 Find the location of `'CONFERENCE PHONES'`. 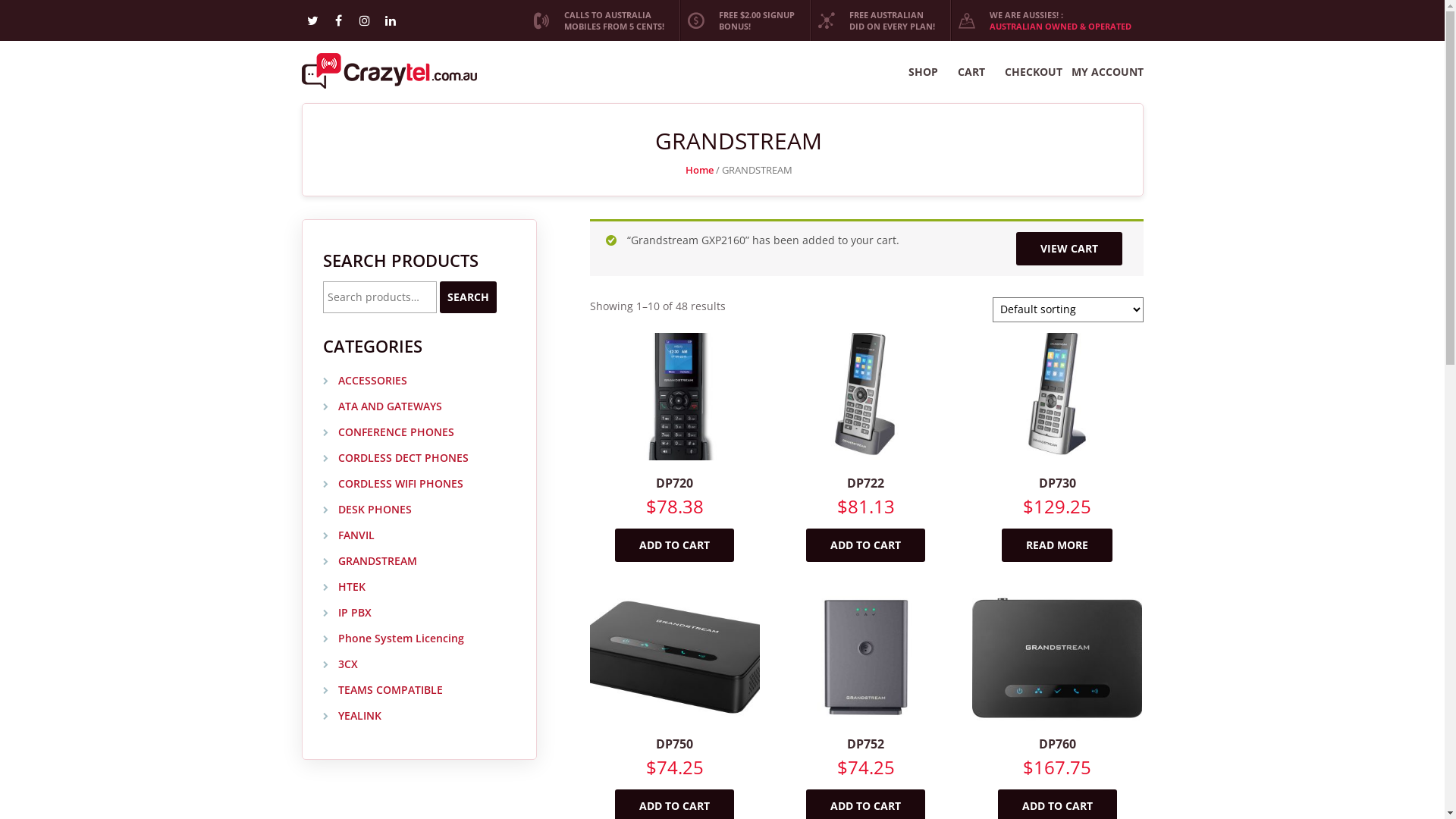

'CONFERENCE PHONES' is located at coordinates (388, 432).